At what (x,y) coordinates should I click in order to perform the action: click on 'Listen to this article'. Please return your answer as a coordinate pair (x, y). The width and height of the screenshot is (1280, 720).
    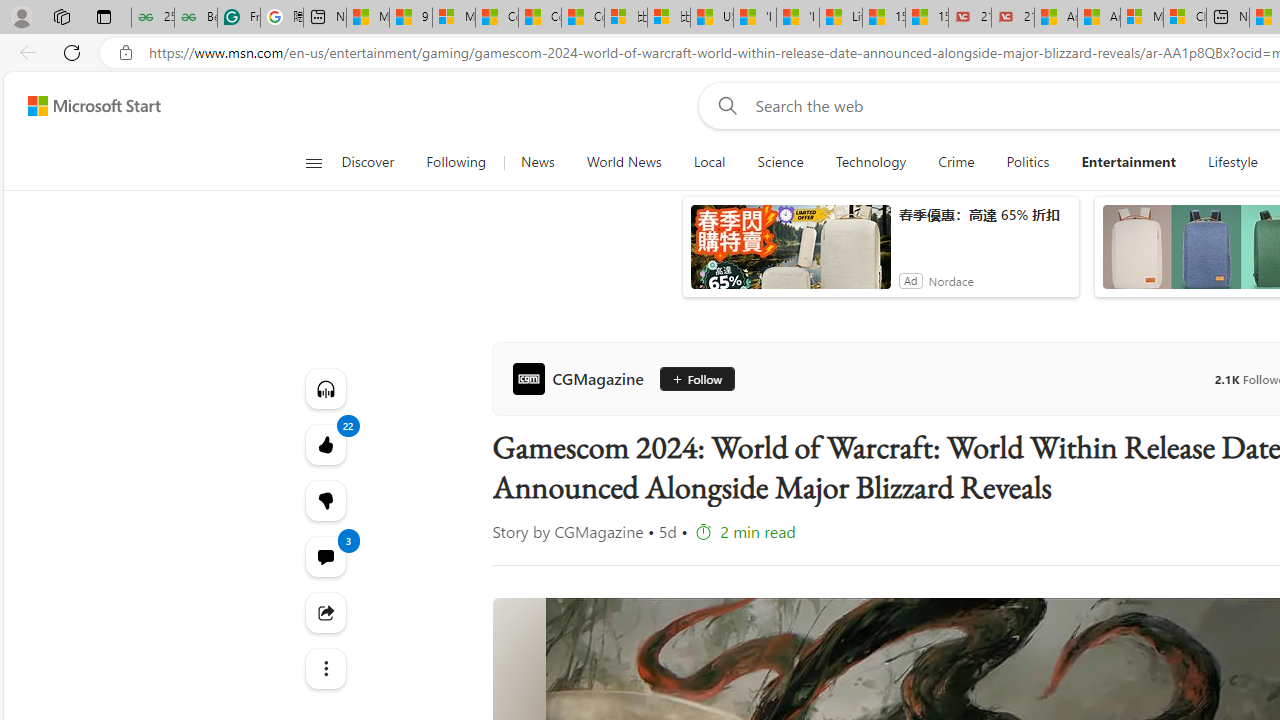
    Looking at the image, I should click on (325, 388).